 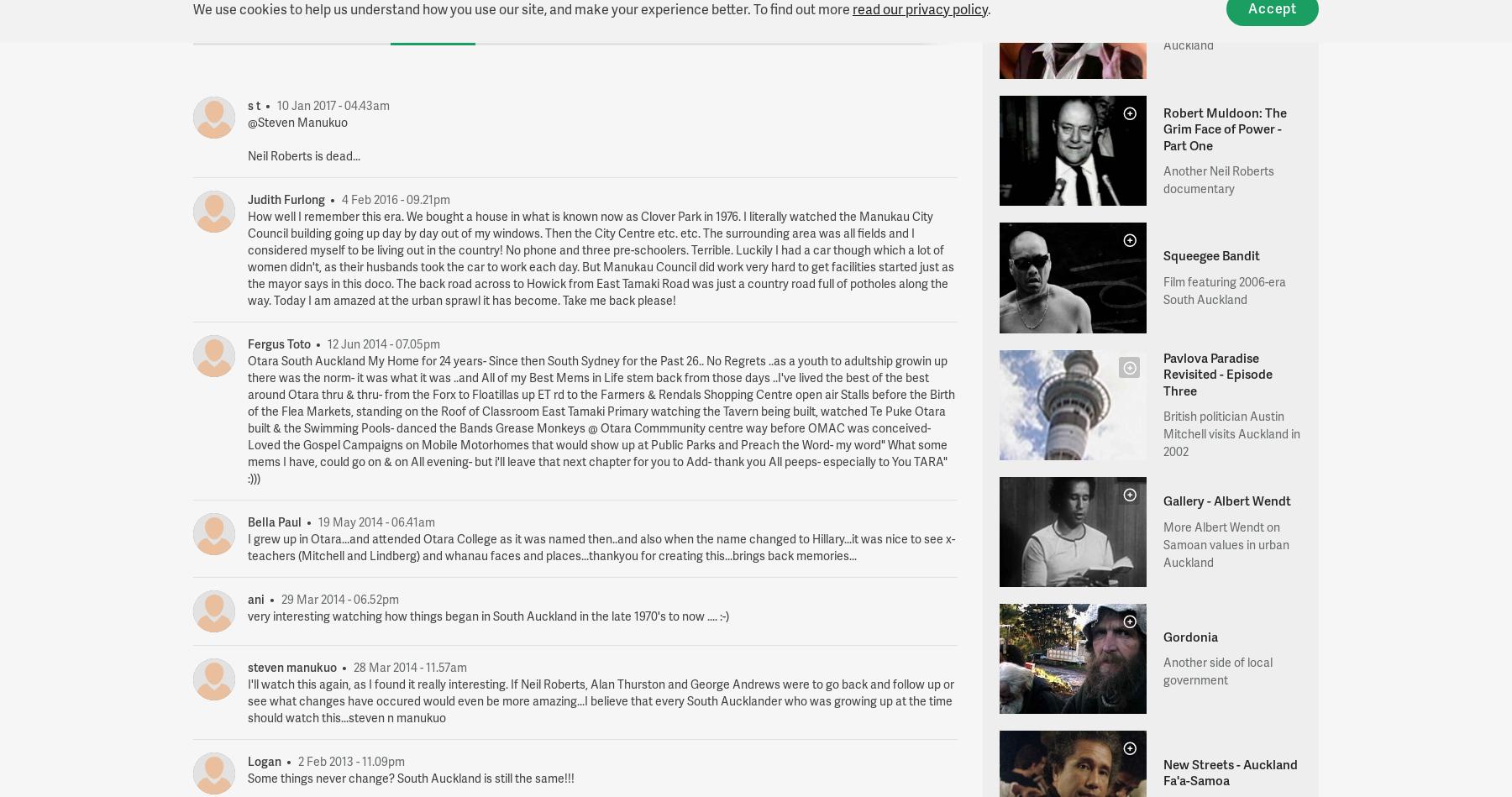 I want to click on 'Judith Furlong', so click(x=287, y=197).